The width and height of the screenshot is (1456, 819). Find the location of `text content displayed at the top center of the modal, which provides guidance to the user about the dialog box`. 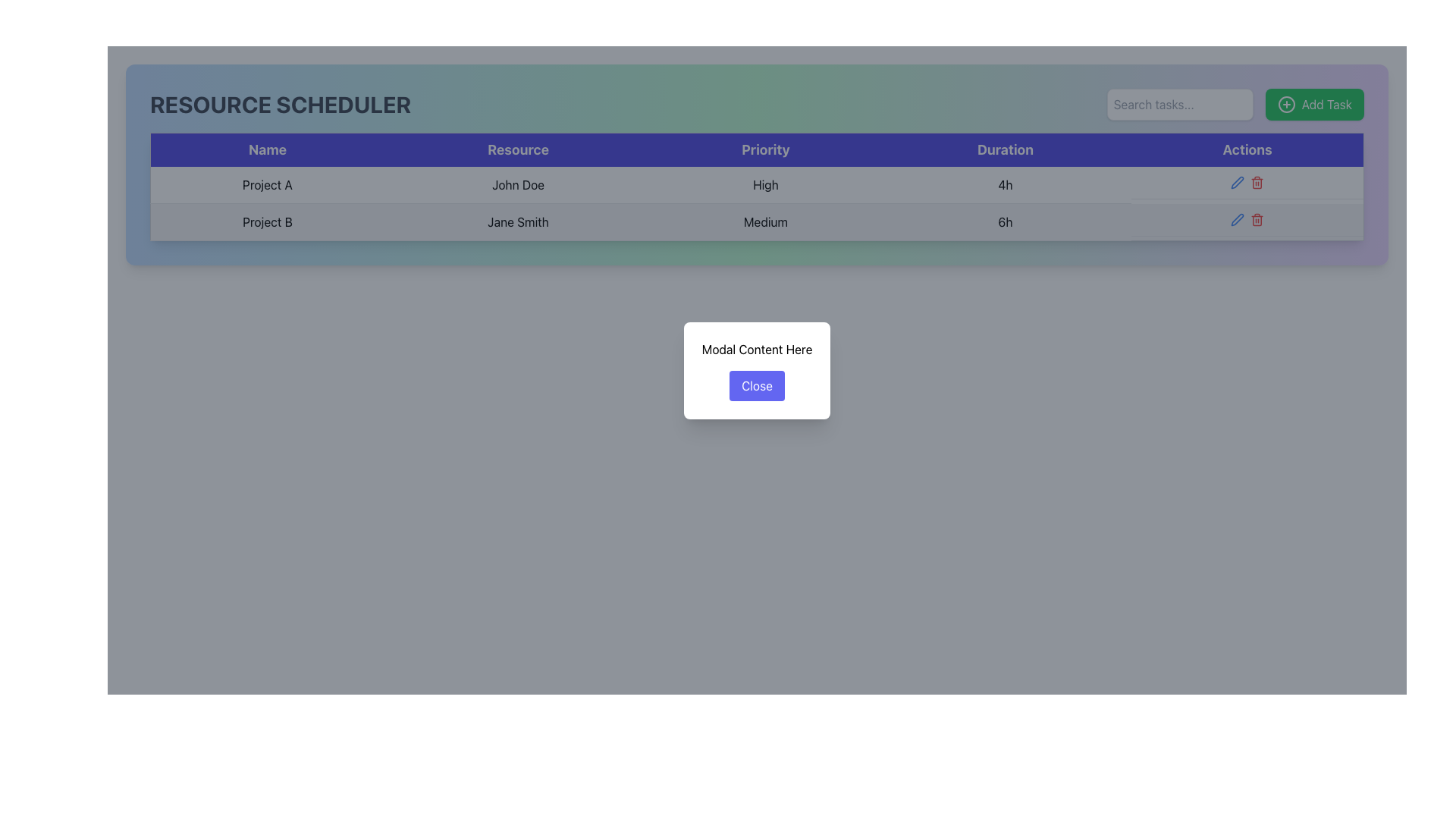

text content displayed at the top center of the modal, which provides guidance to the user about the dialog box is located at coordinates (757, 349).